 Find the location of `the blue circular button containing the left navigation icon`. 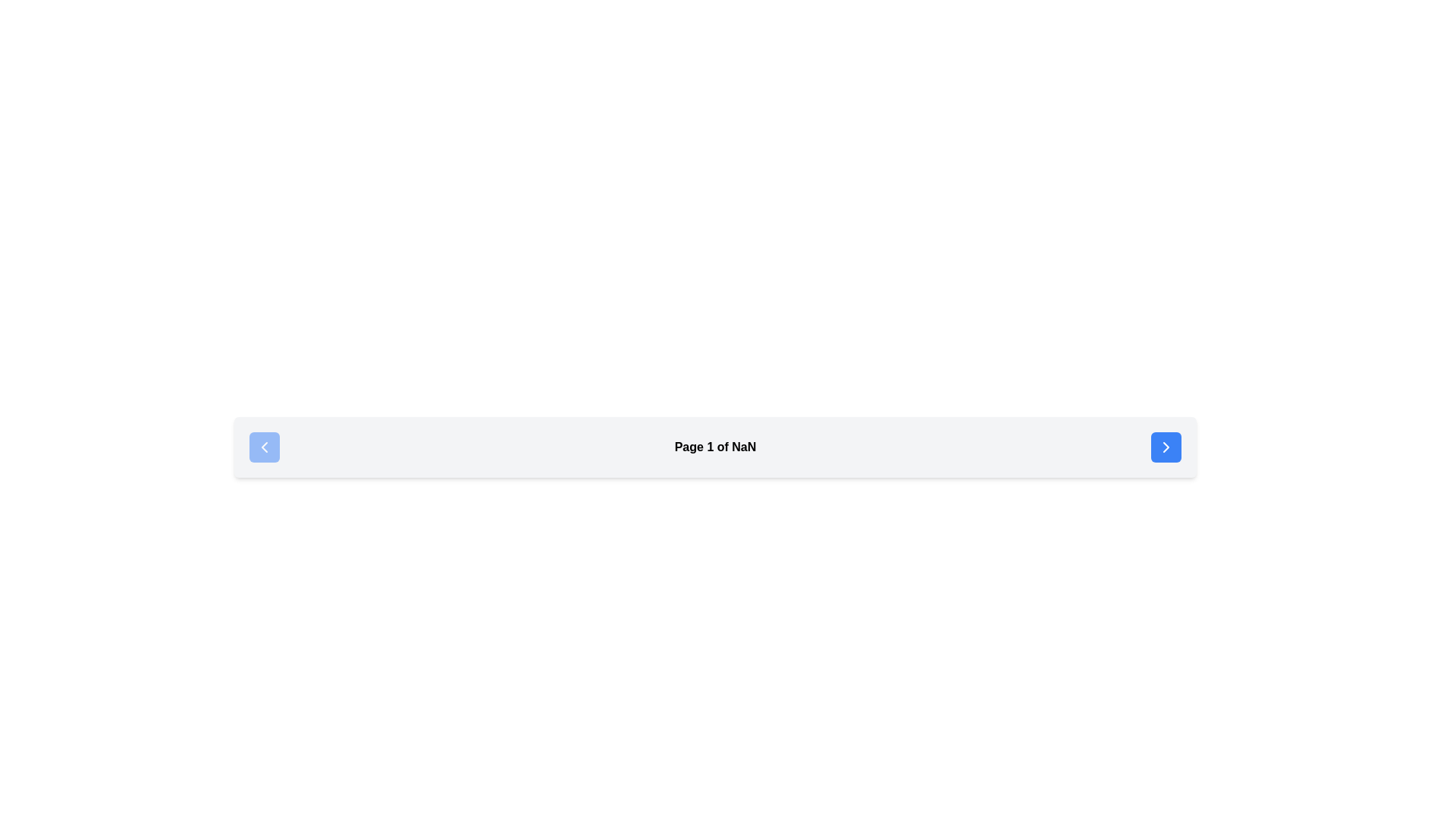

the blue circular button containing the left navigation icon is located at coordinates (265, 447).